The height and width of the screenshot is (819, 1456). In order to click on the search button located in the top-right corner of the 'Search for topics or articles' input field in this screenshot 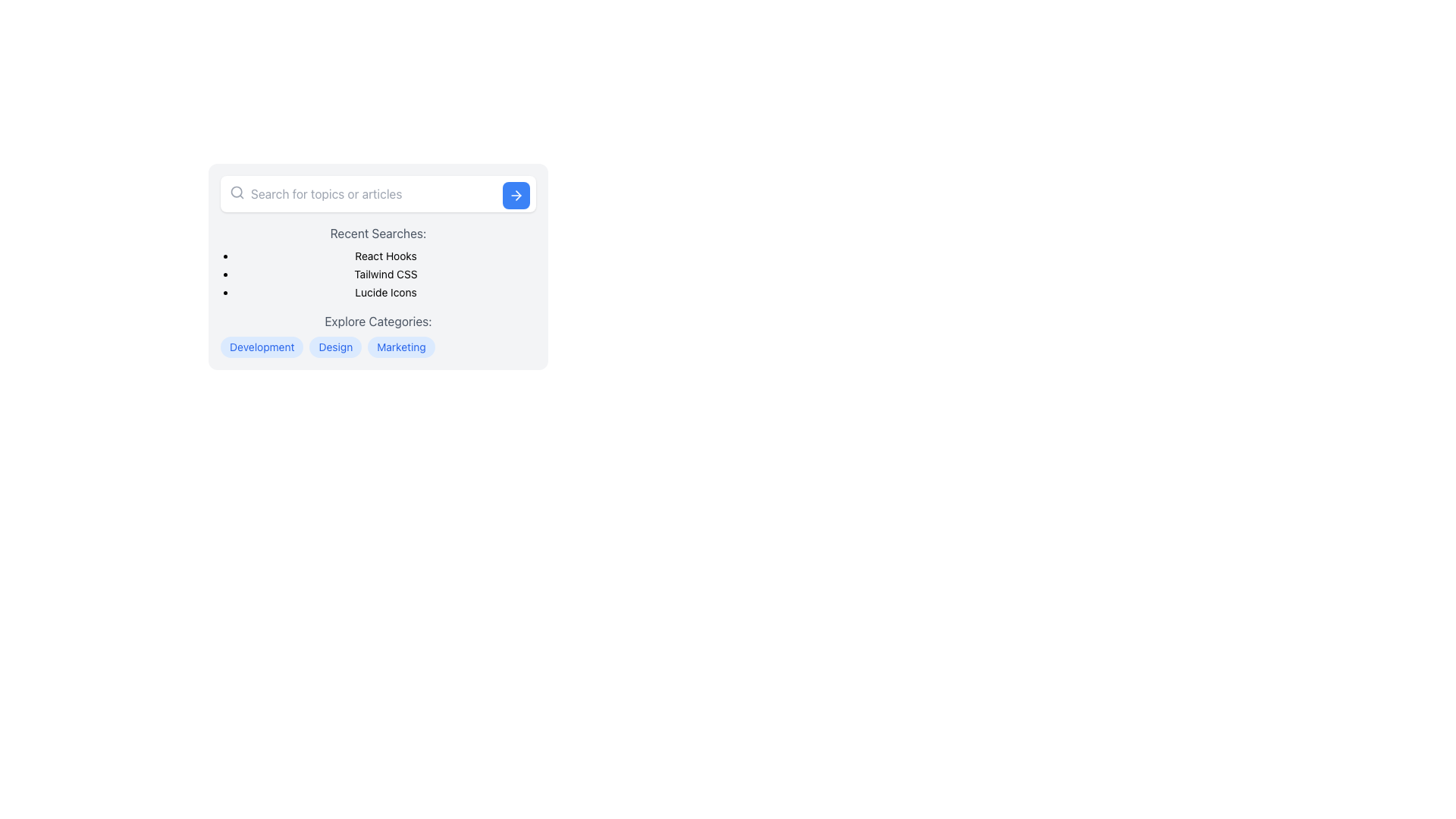, I will do `click(516, 195)`.